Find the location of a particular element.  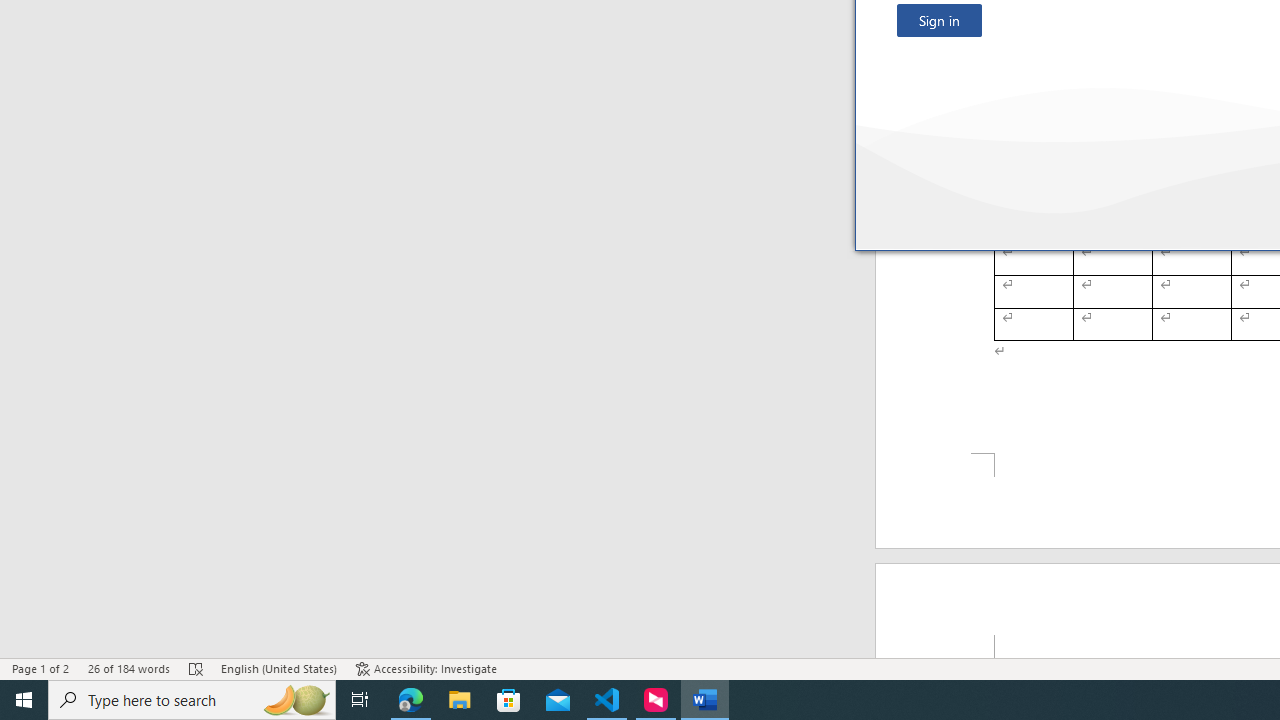

'Task View' is located at coordinates (359, 698).